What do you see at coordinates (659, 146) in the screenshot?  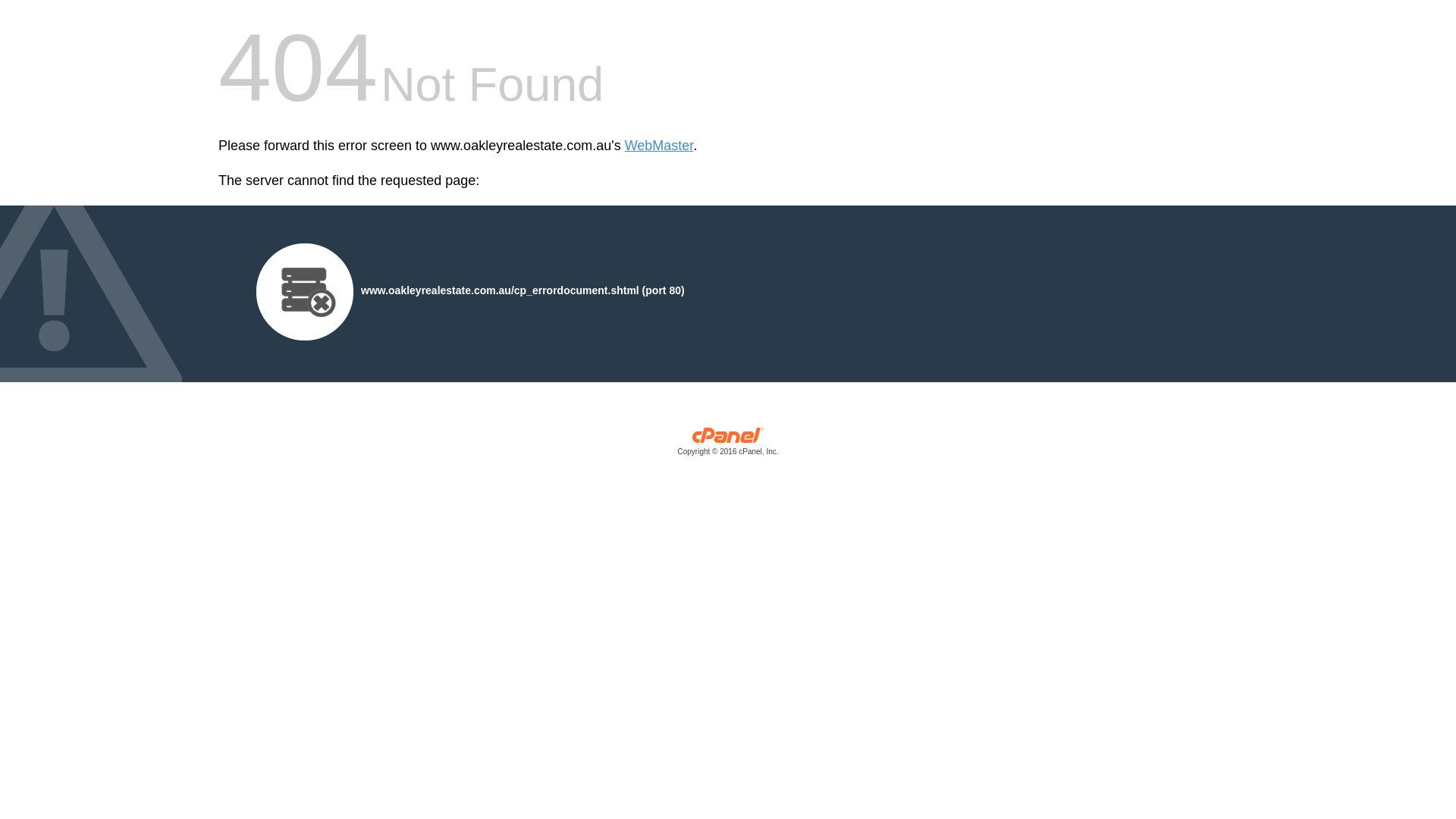 I see `'WebMaster'` at bounding box center [659, 146].